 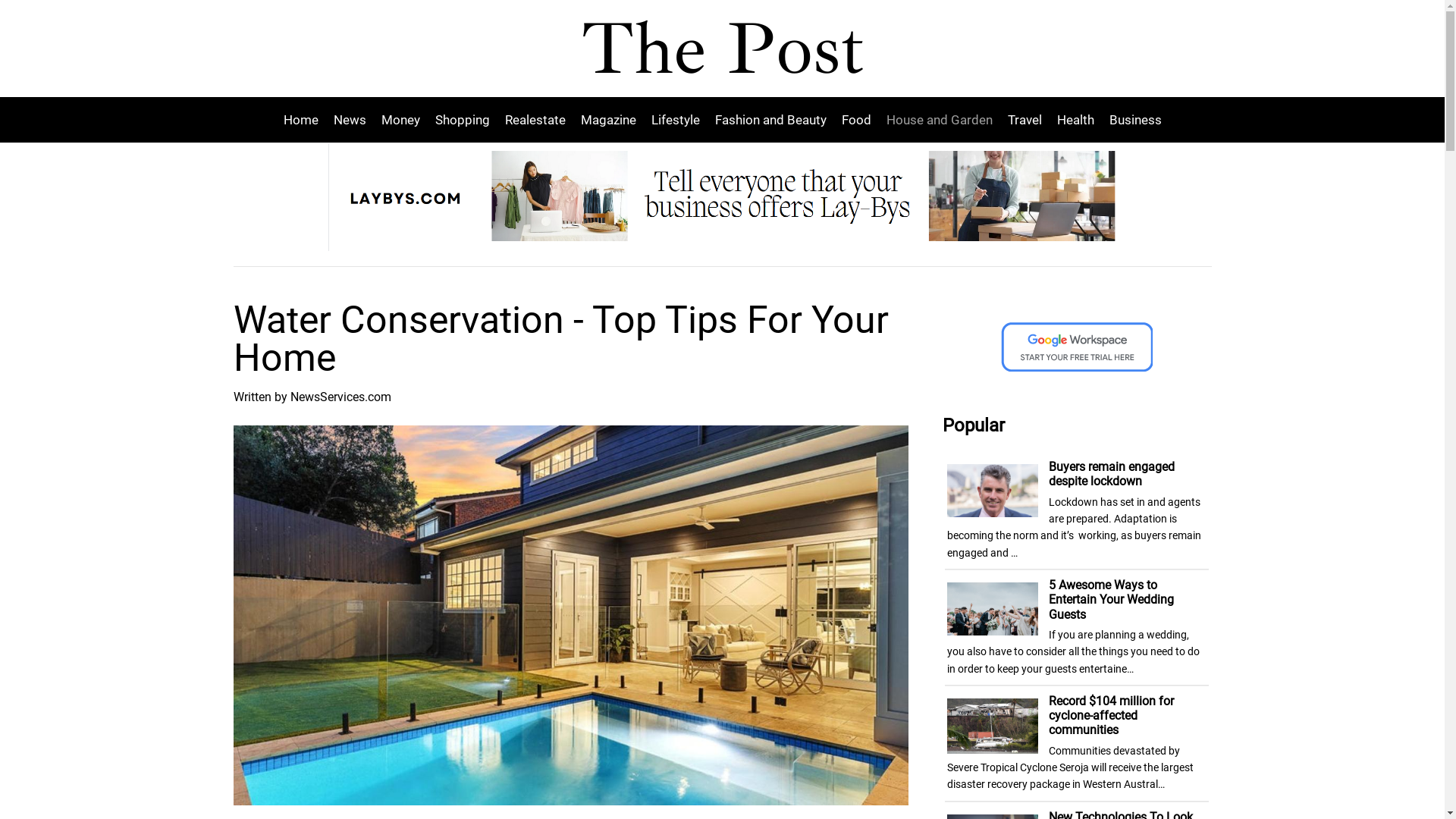 I want to click on 'Magazine', so click(x=608, y=119).